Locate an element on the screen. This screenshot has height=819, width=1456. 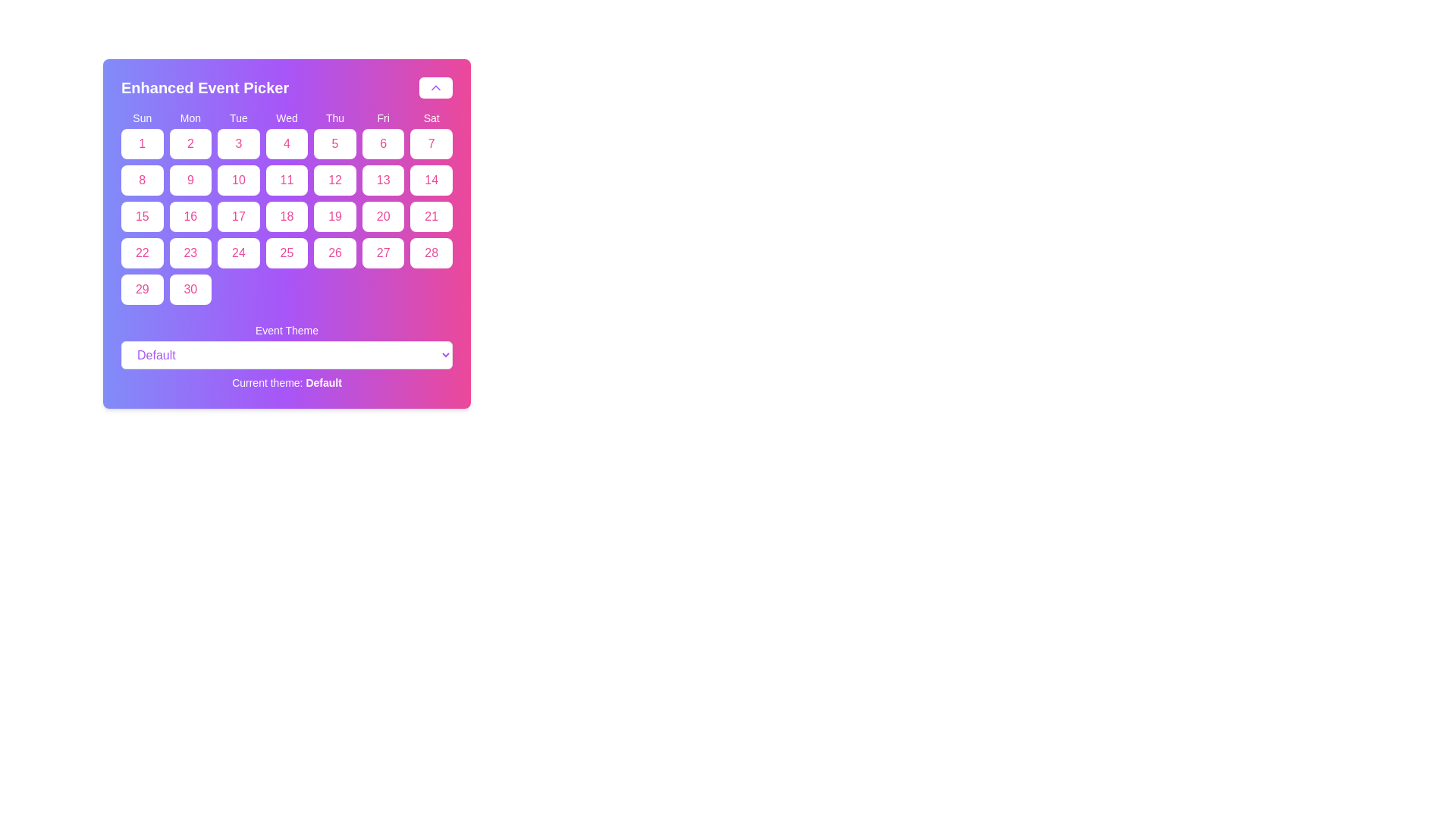
the rectangular button with rounded corners displaying the number '9' in pink text is located at coordinates (190, 180).